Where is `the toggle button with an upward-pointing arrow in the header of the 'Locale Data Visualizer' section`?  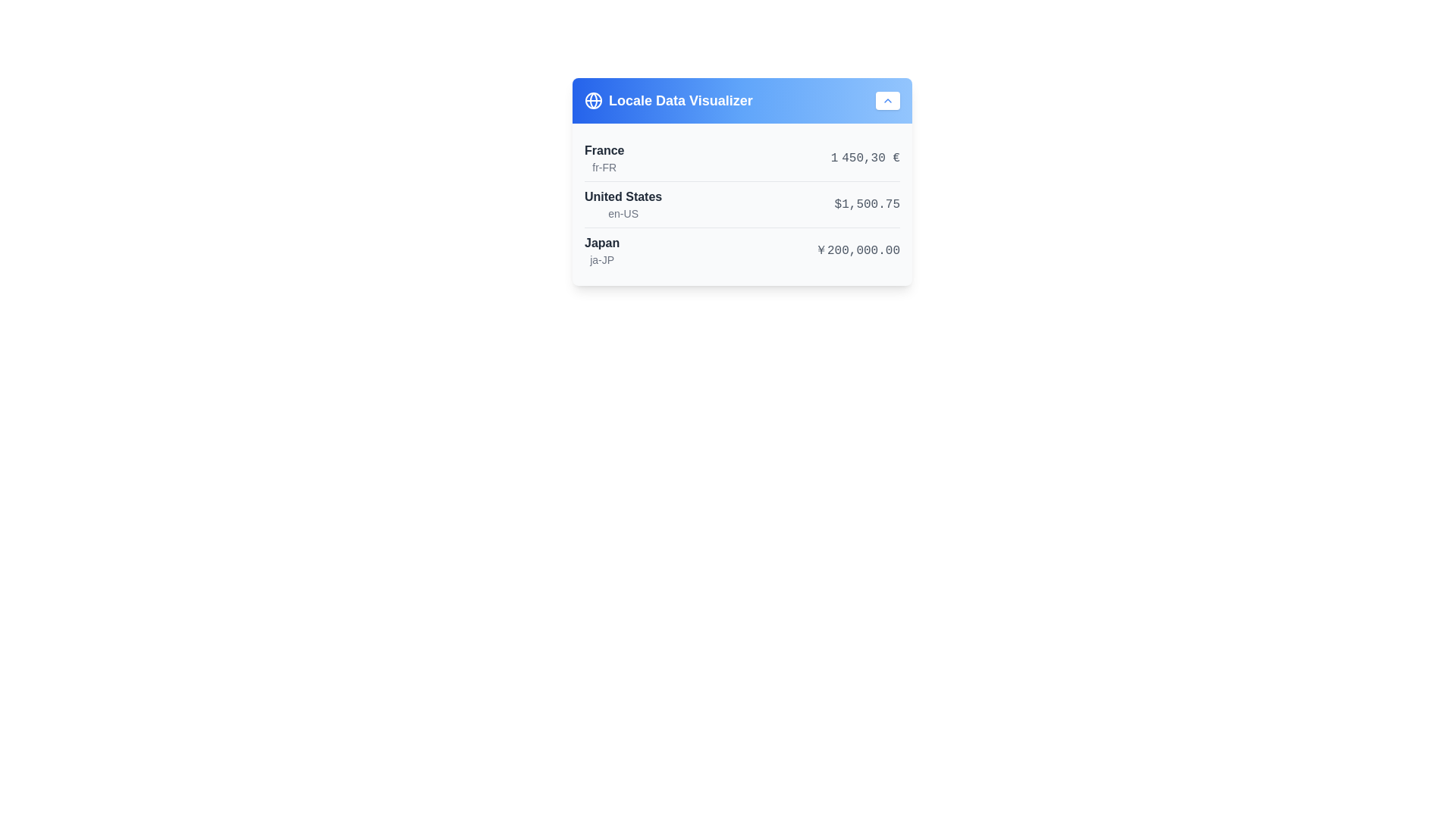 the toggle button with an upward-pointing arrow in the header of the 'Locale Data Visualizer' section is located at coordinates (888, 100).